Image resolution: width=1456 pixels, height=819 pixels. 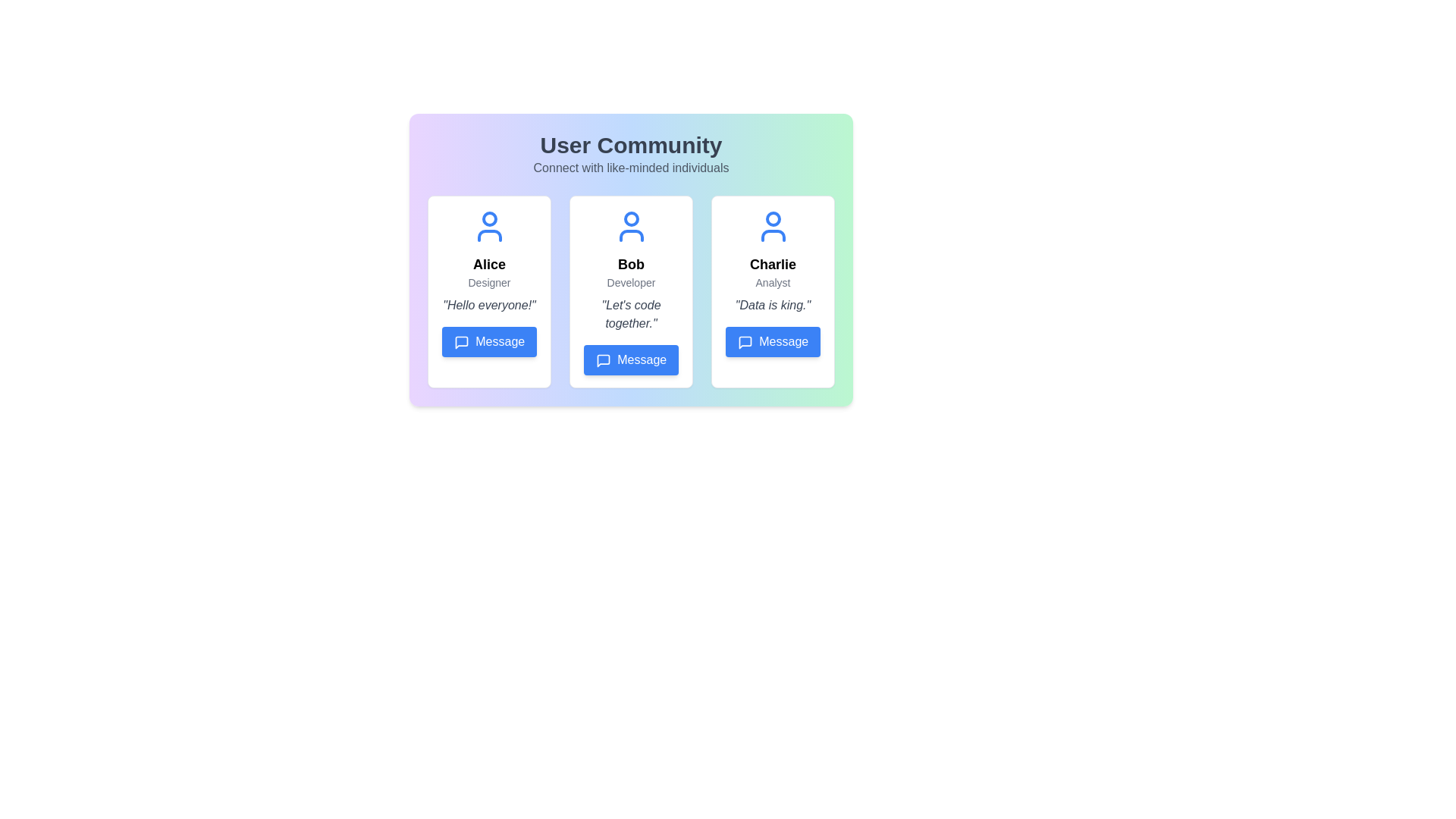 I want to click on the message initiation button located at the bottom of the user details card on the far right of the three horizontally aligned cards, so click(x=773, y=342).